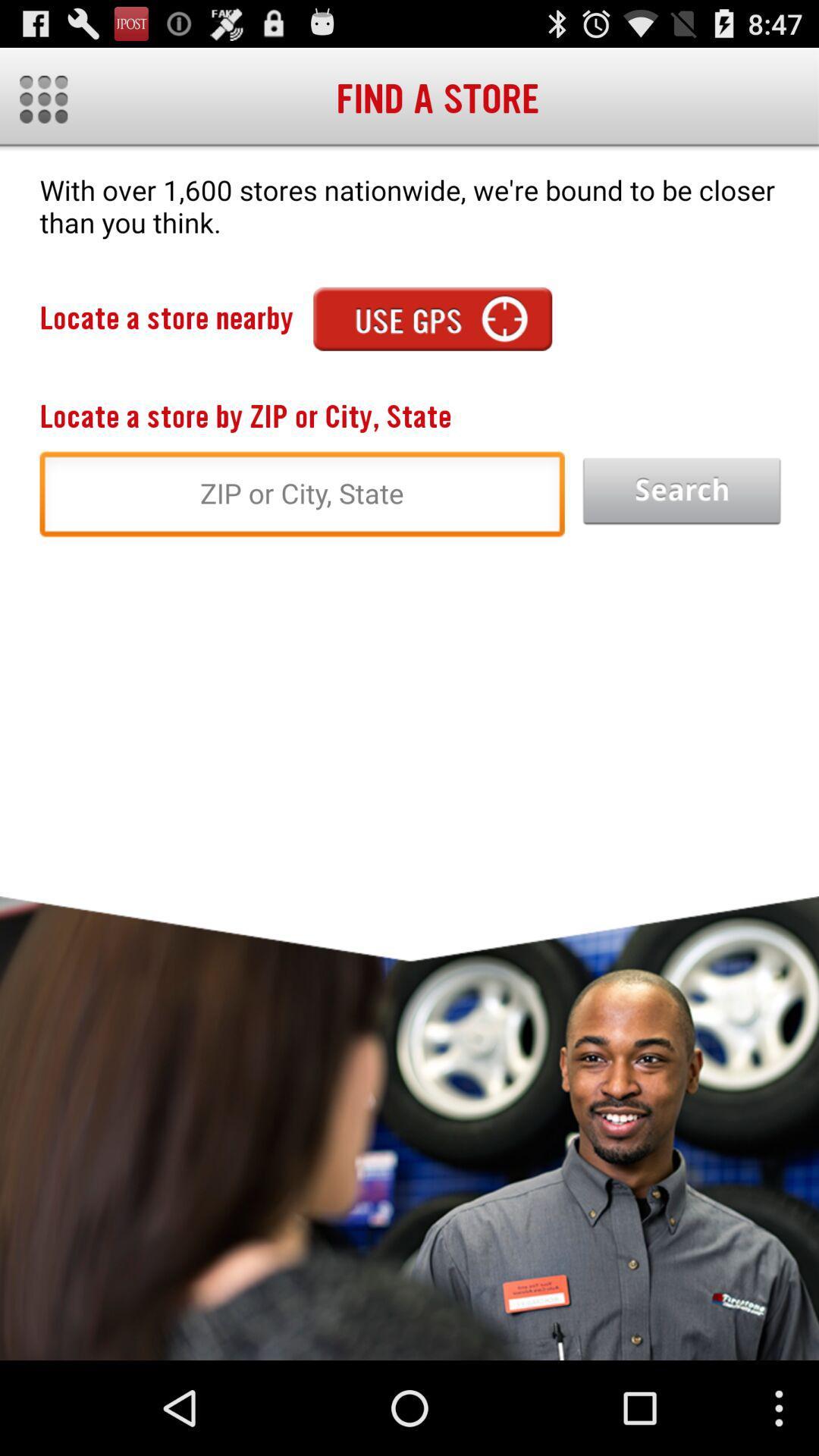 The image size is (819, 1456). Describe the element at coordinates (681, 491) in the screenshot. I see `search` at that location.